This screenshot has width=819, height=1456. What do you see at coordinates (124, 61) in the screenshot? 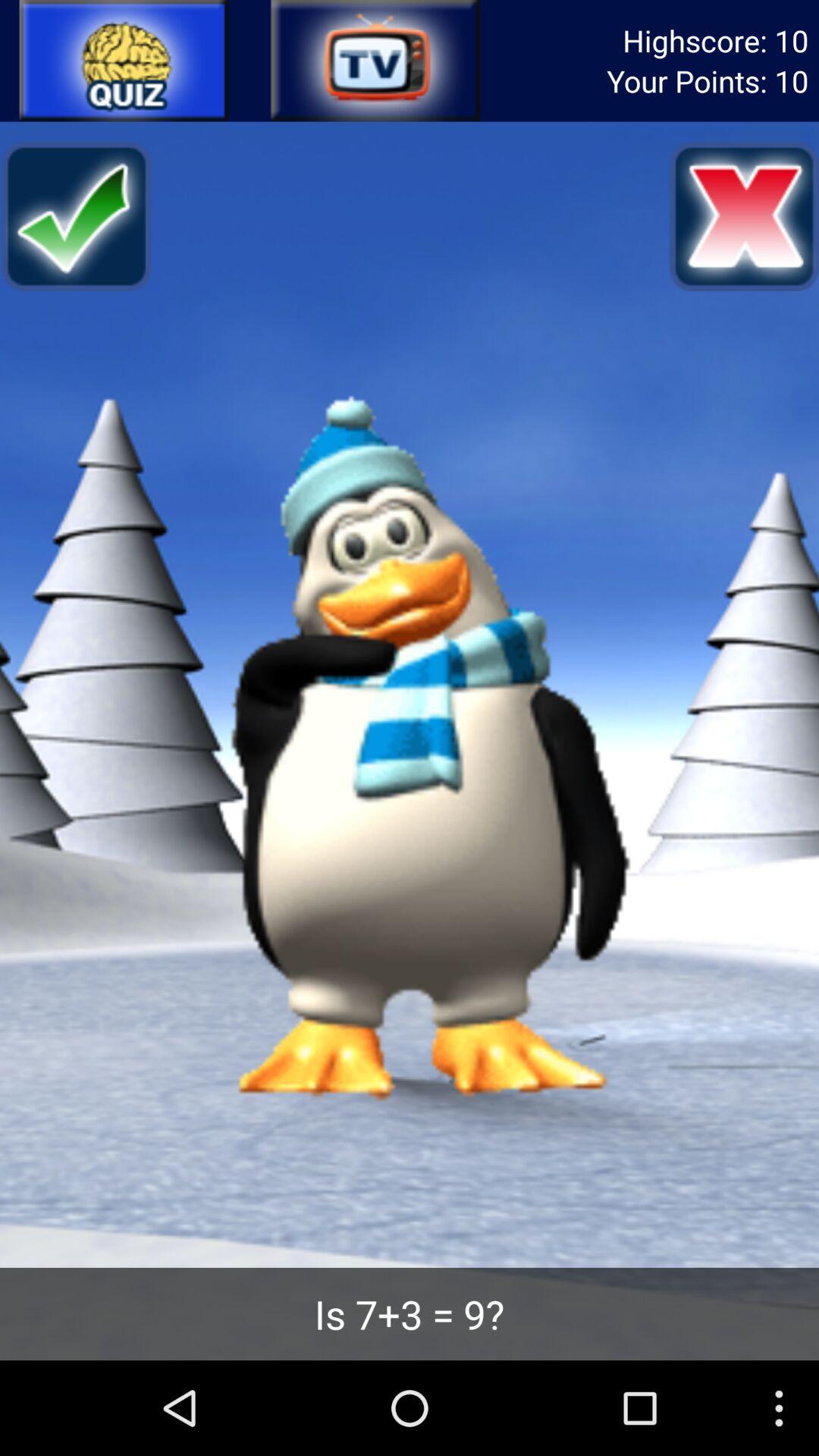
I see `option` at bounding box center [124, 61].